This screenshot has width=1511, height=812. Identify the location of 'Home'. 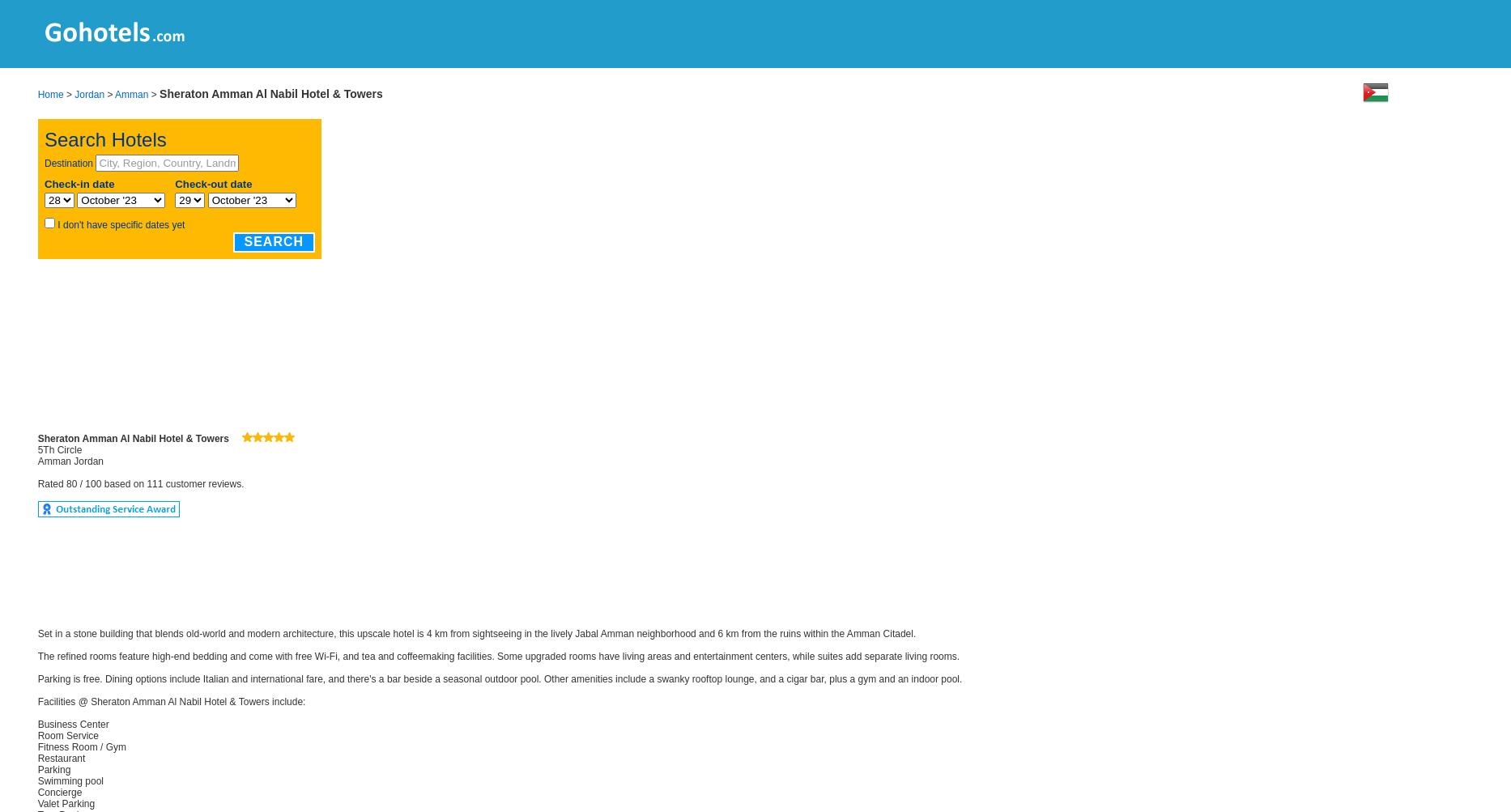
(49, 93).